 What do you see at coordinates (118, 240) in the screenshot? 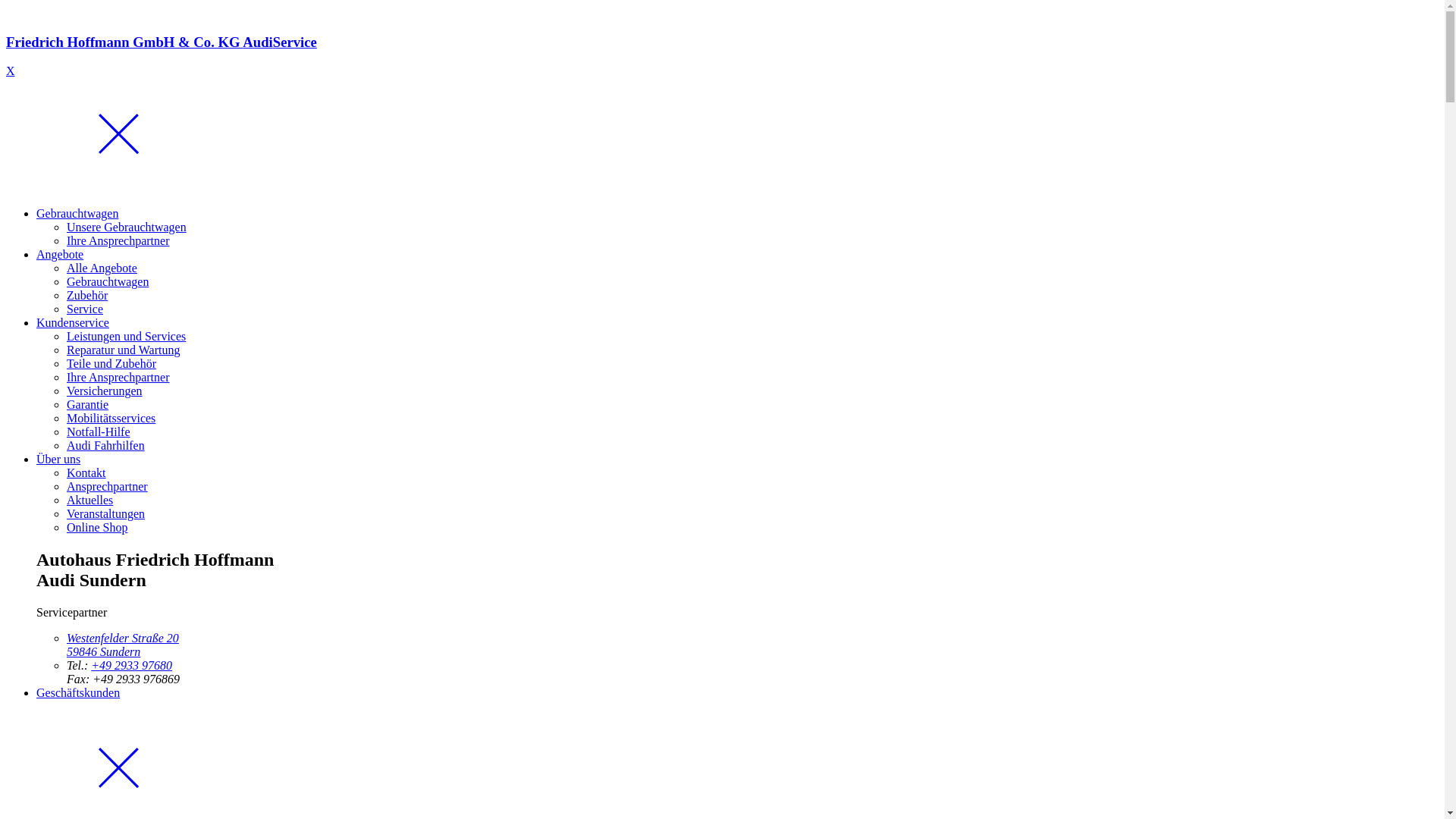
I see `'Ihre Ansprechpartner'` at bounding box center [118, 240].